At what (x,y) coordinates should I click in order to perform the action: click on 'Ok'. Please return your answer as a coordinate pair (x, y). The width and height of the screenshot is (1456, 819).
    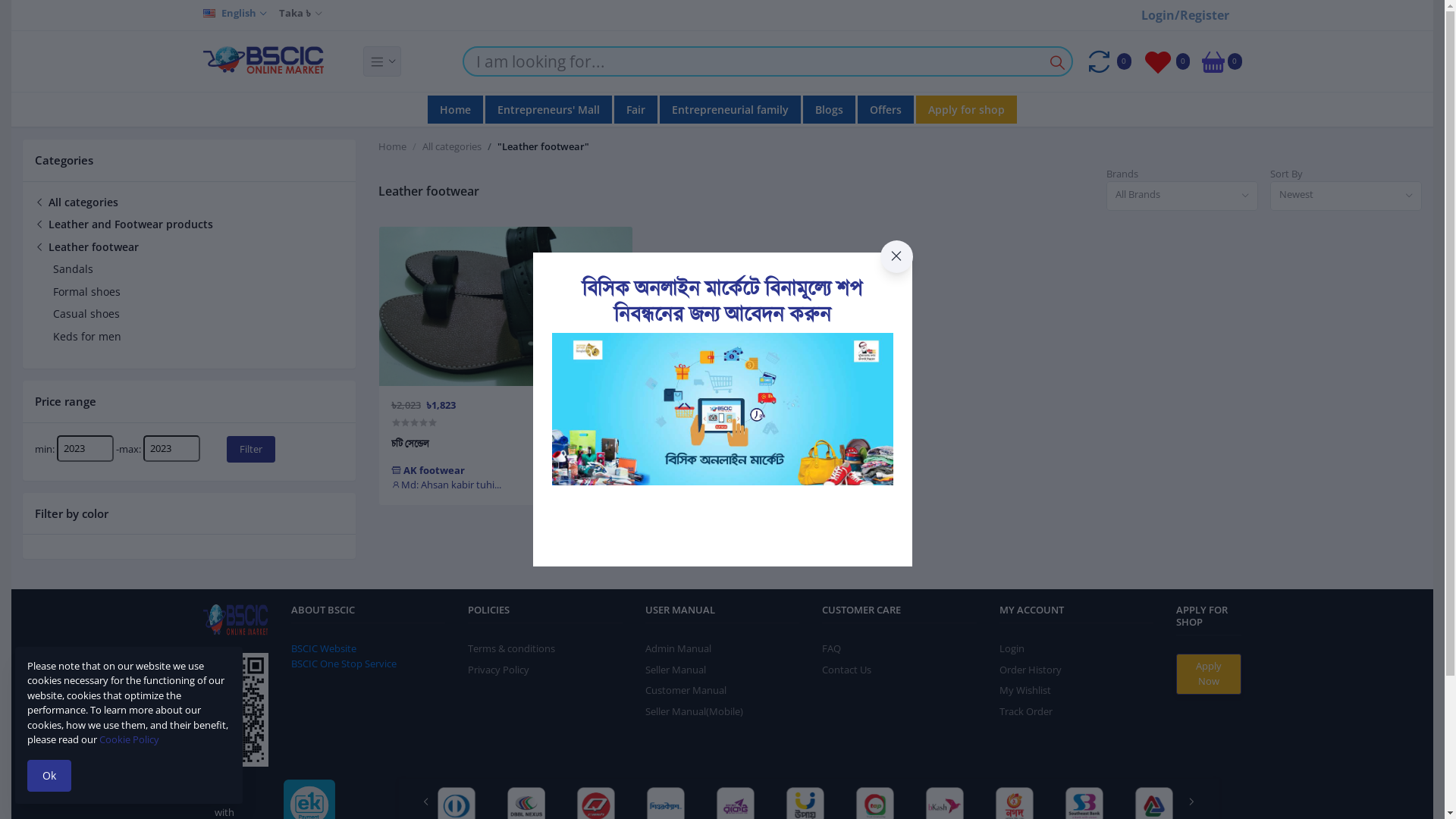
    Looking at the image, I should click on (49, 775).